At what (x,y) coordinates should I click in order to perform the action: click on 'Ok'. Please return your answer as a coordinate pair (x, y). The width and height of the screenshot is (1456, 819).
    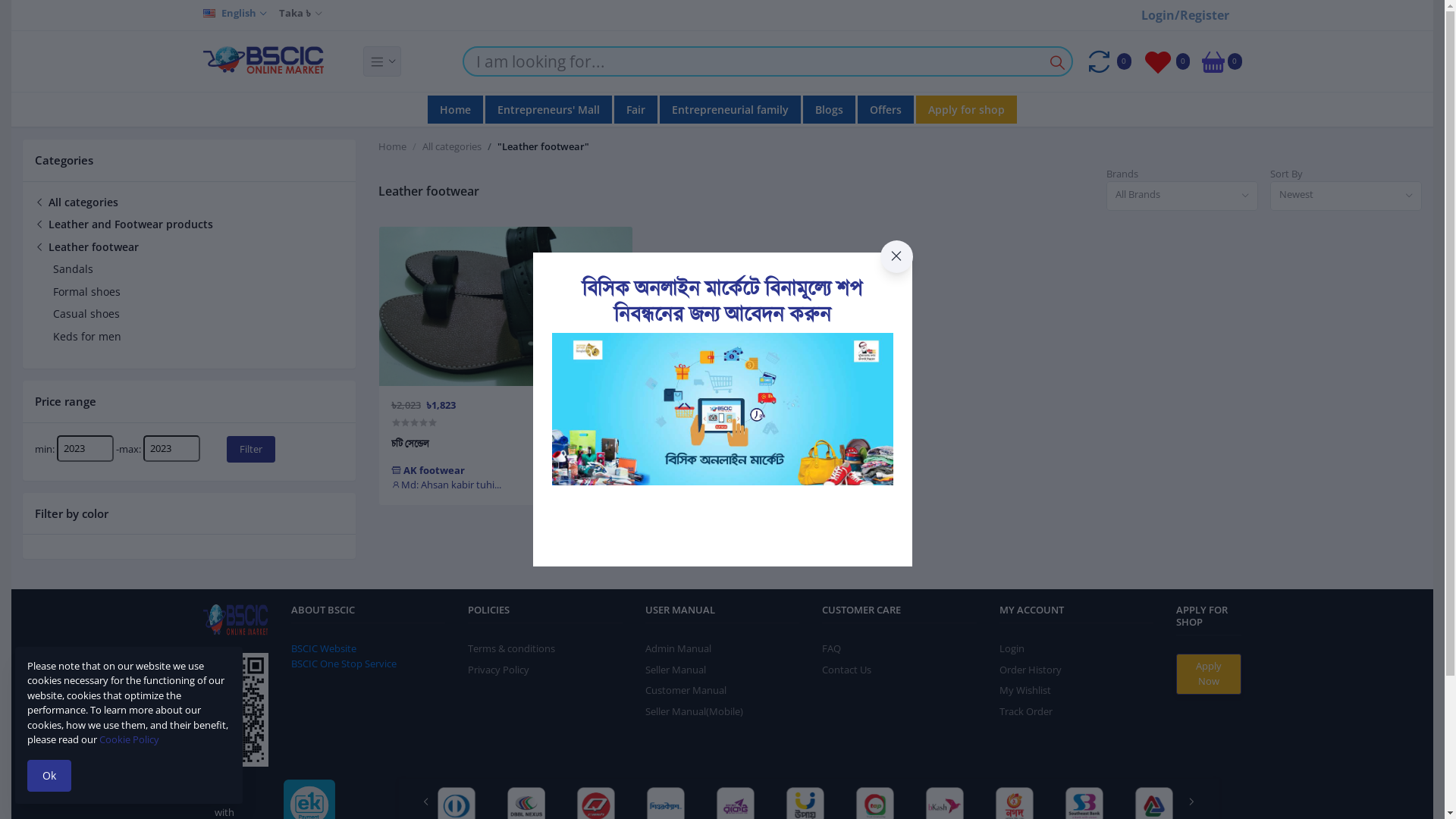
    Looking at the image, I should click on (49, 775).